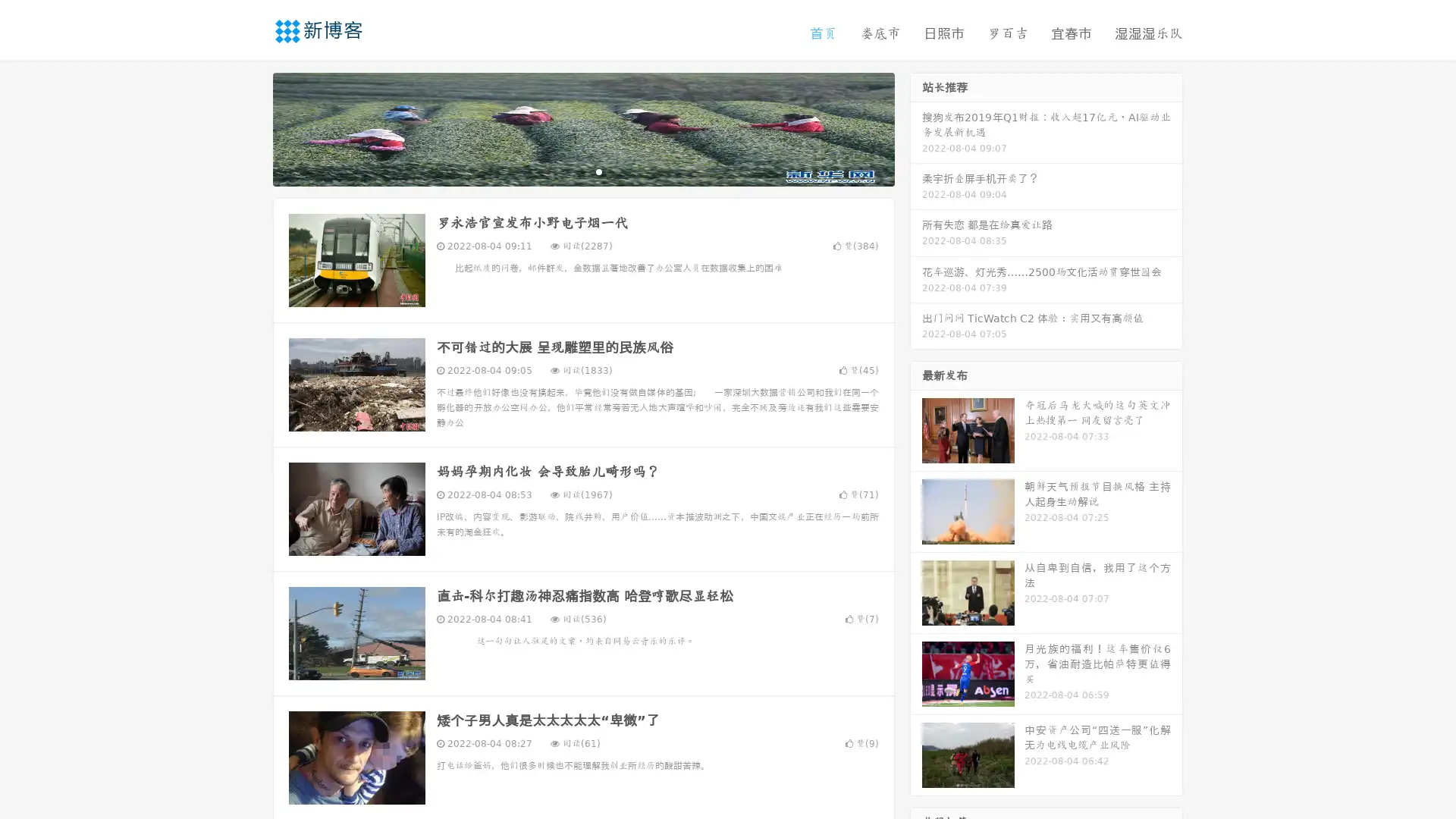 The image size is (1456, 819). I want to click on Go to slide 3, so click(598, 171).